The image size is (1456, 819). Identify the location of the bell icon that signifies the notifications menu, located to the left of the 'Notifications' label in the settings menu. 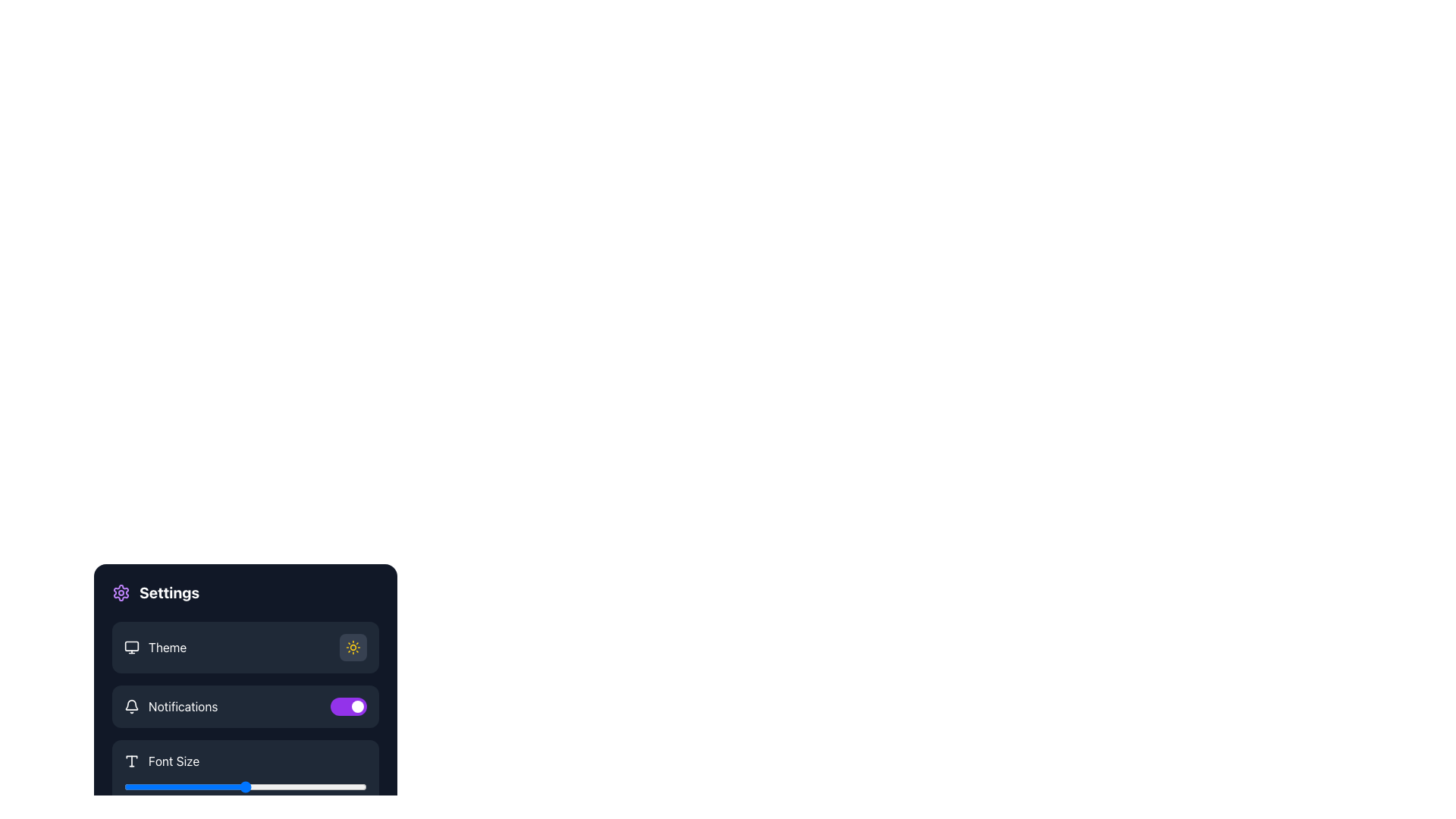
(131, 707).